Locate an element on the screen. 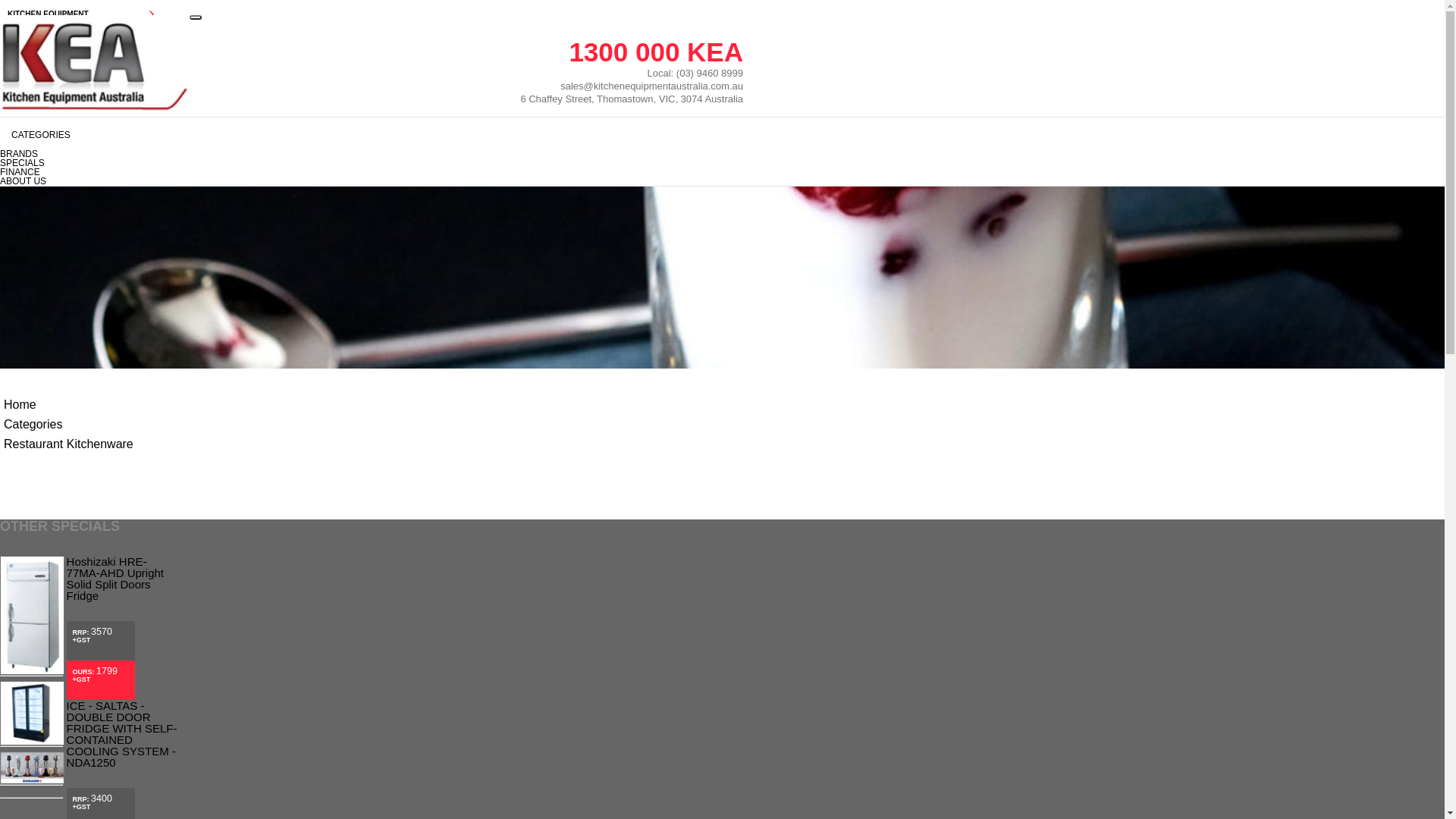 The image size is (1456, 819). 'PIZZA AND BAKERY EQUIPMENT' is located at coordinates (83, 186).